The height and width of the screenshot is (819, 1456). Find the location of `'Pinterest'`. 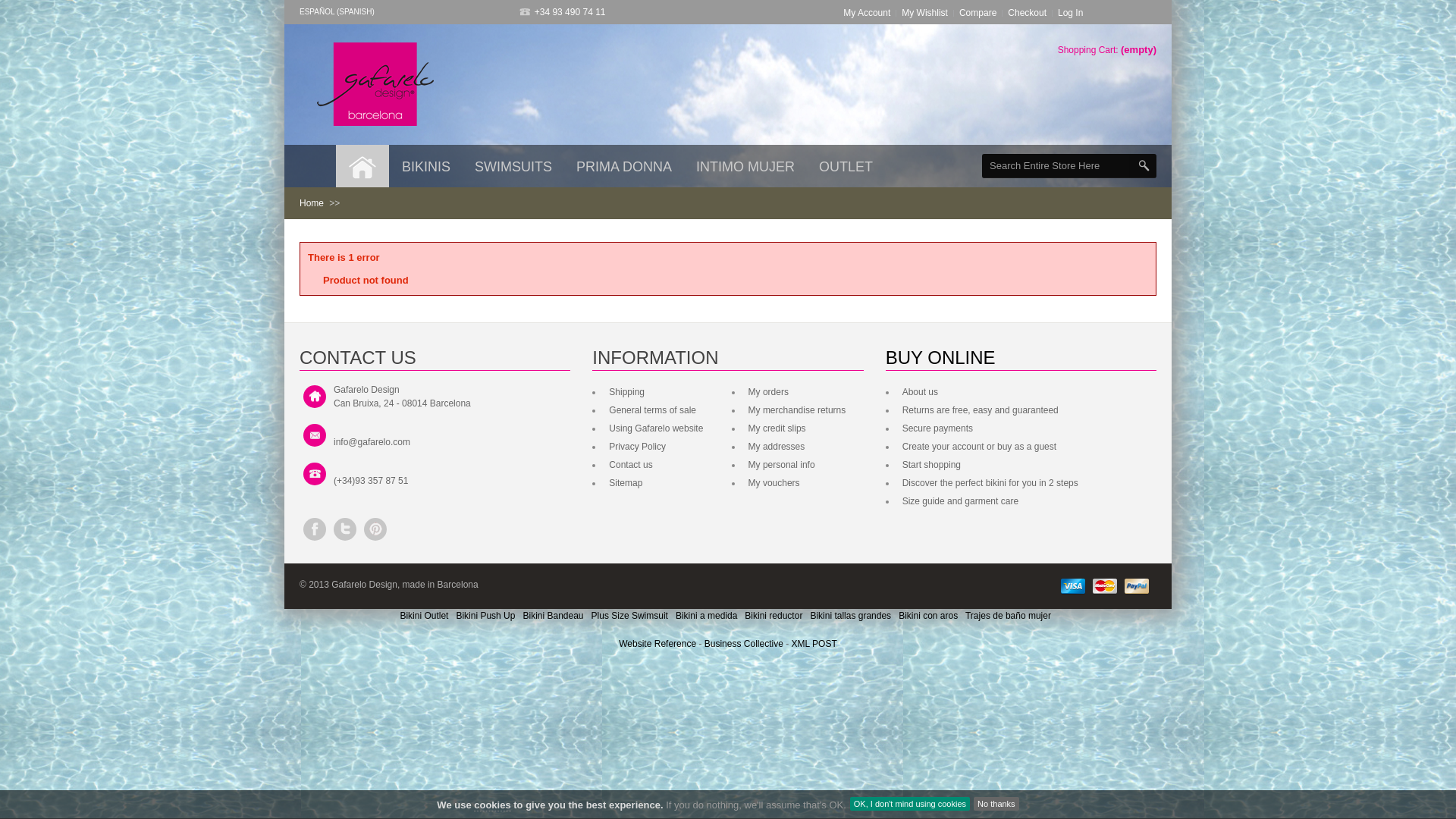

'Pinterest' is located at coordinates (375, 529).